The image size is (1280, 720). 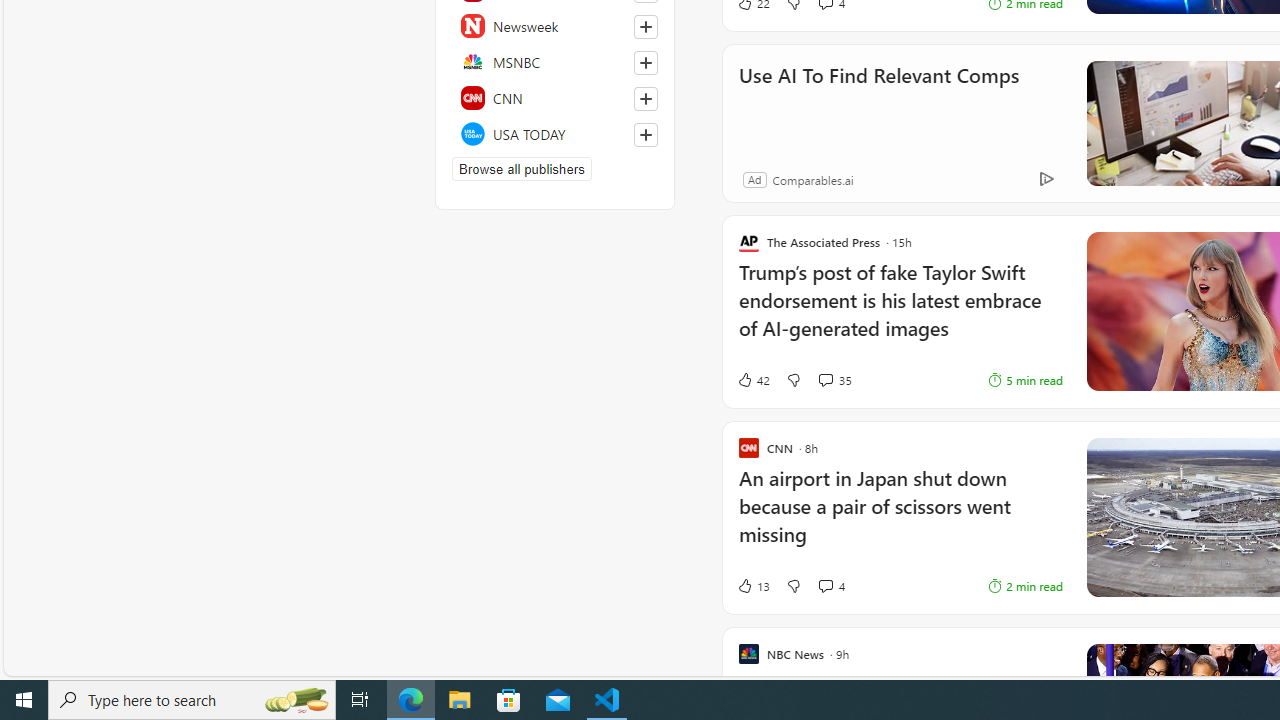 What do you see at coordinates (555, 133) in the screenshot?
I see `'USA TODAY'` at bounding box center [555, 133].